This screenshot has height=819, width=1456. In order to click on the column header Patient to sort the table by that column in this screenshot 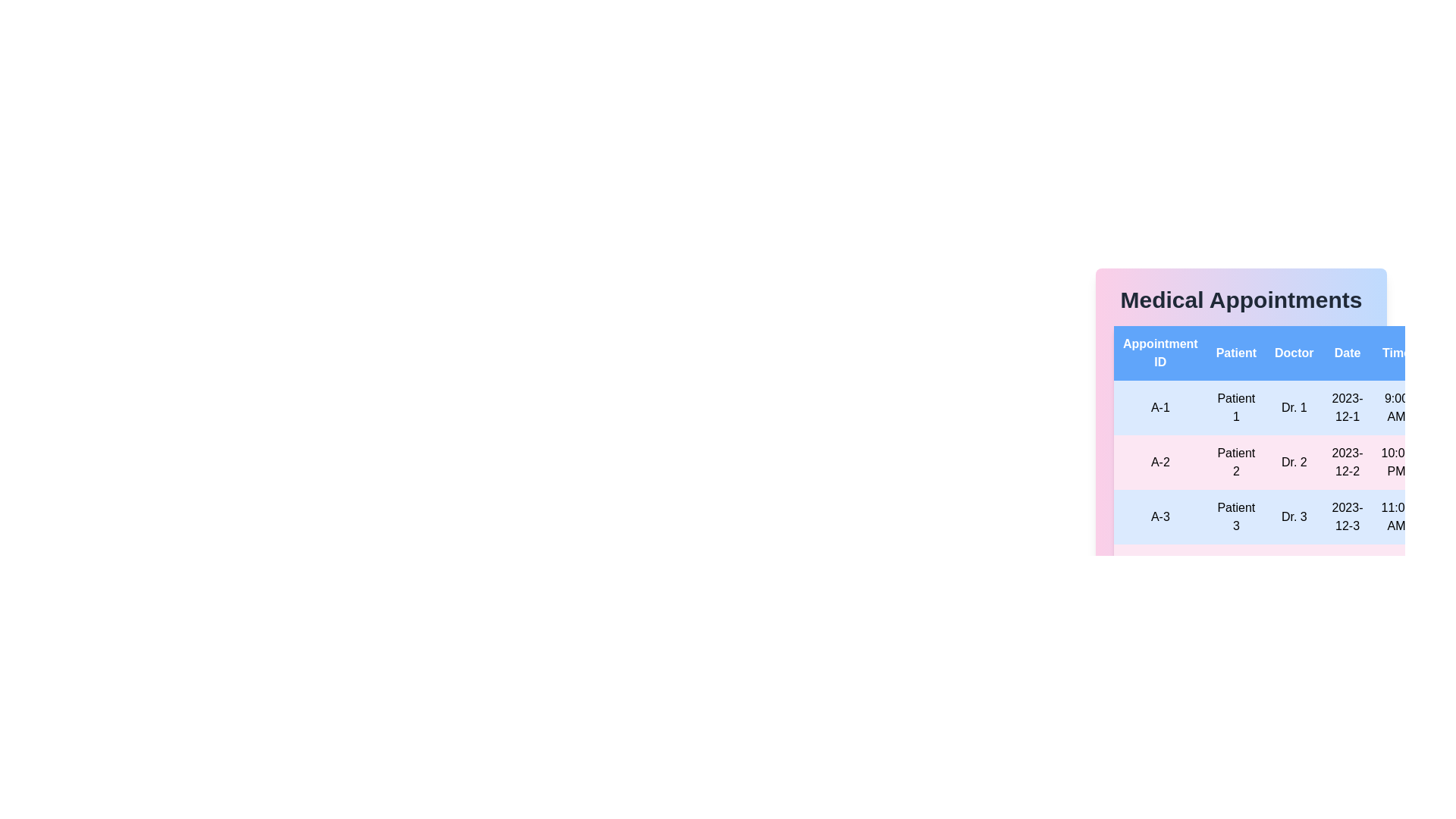, I will do `click(1236, 353)`.